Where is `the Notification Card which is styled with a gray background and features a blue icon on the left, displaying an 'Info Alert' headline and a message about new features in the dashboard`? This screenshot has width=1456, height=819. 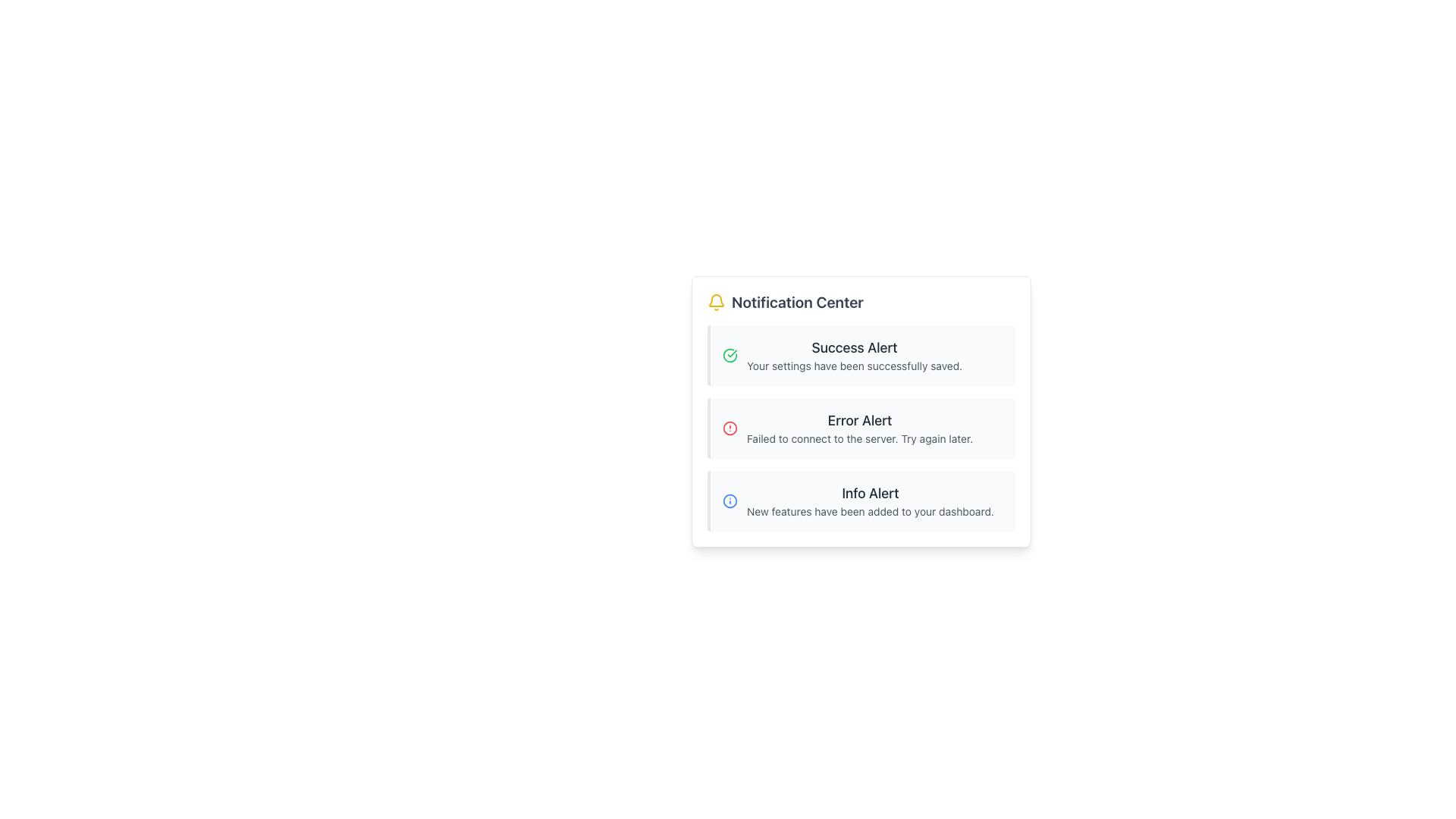
the Notification Card which is styled with a gray background and features a blue icon on the left, displaying an 'Info Alert' headline and a message about new features in the dashboard is located at coordinates (861, 500).